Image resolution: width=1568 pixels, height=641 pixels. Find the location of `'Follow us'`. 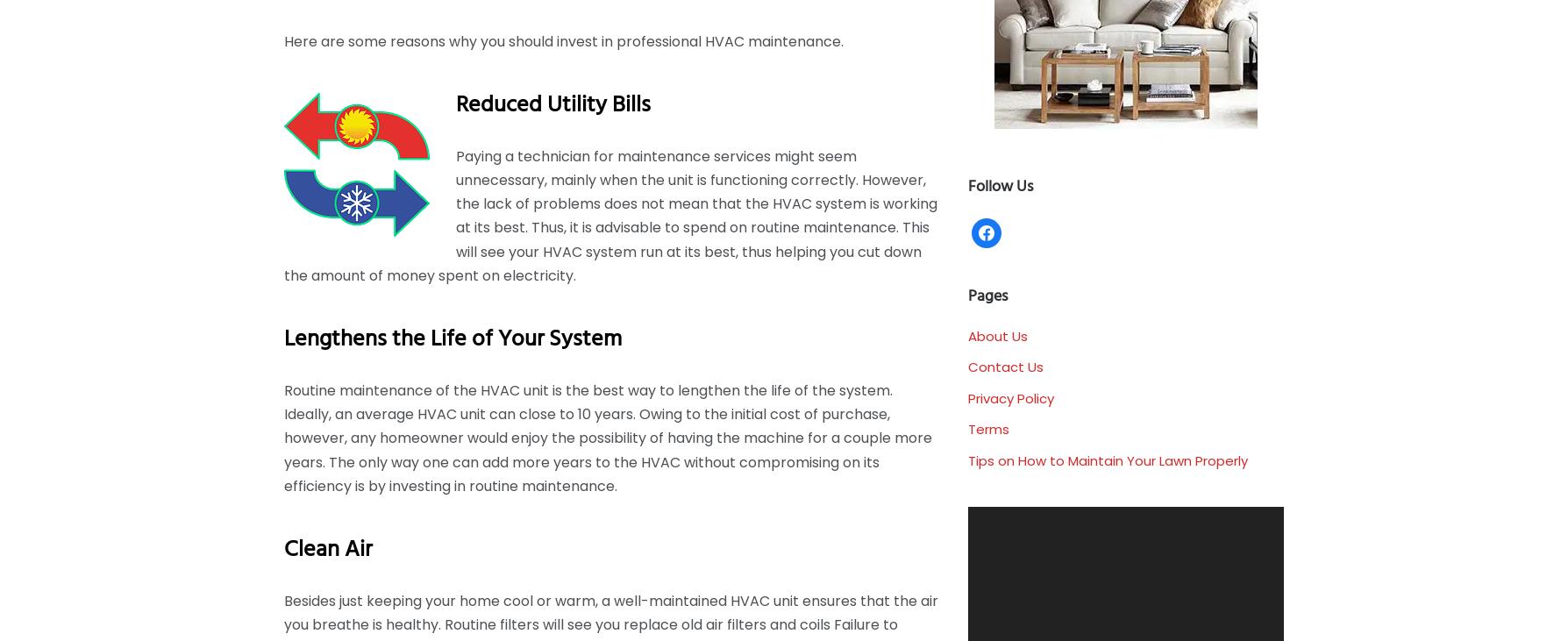

'Follow us' is located at coordinates (967, 186).